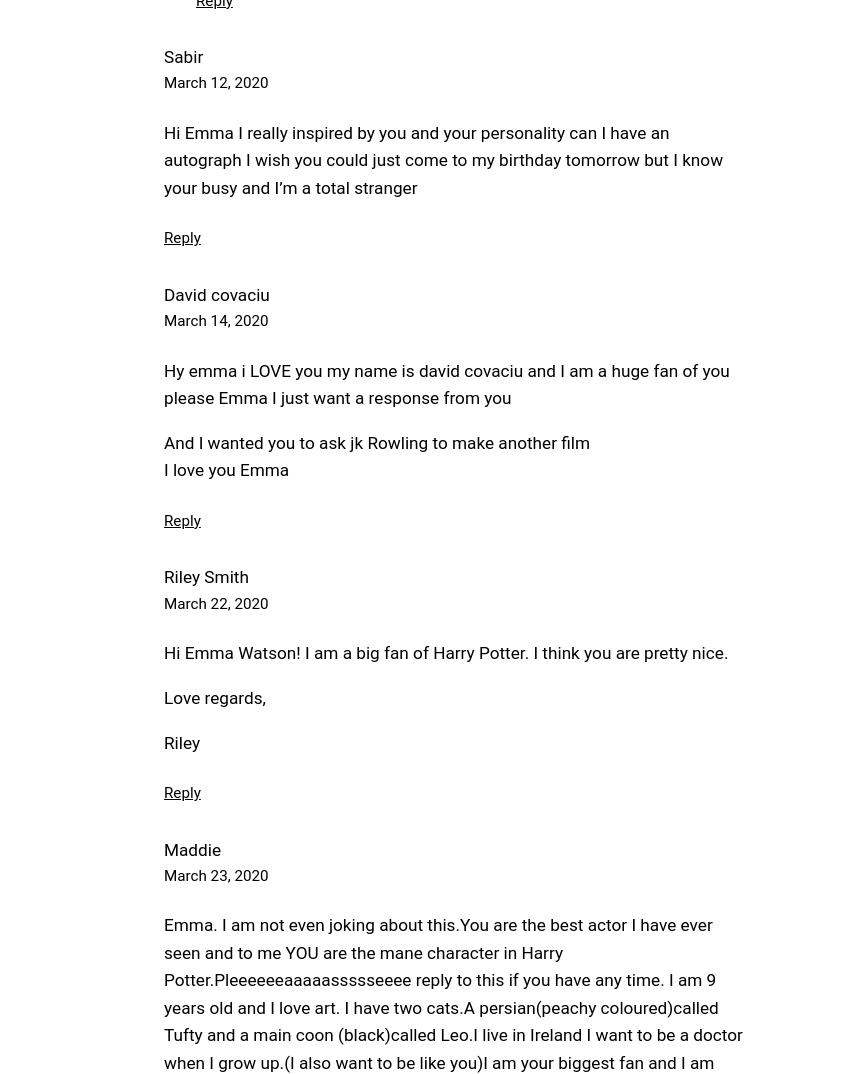 The width and height of the screenshot is (850, 1074). Describe the element at coordinates (445, 383) in the screenshot. I see `'Hy emma i LOVE you my name is david covaciu and I am a huge fan of you please Emma I just want a response from you'` at that location.